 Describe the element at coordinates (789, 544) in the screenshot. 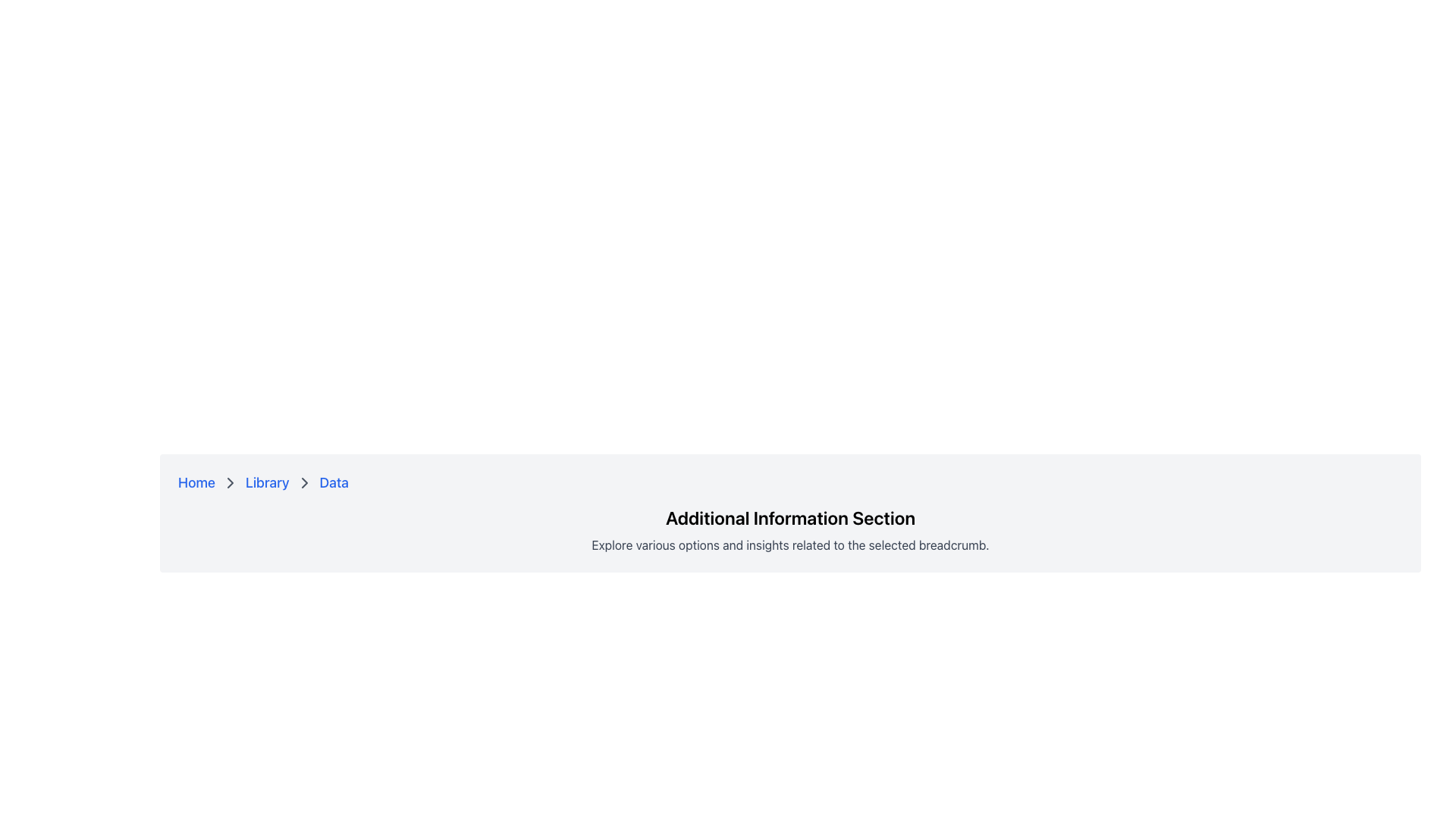

I see `the text block that contains the content 'Explore various options and insights related to the selected breadcrumb', which is styled in a smaller, gray font and is located just below the heading 'Additional Information Section'` at that location.